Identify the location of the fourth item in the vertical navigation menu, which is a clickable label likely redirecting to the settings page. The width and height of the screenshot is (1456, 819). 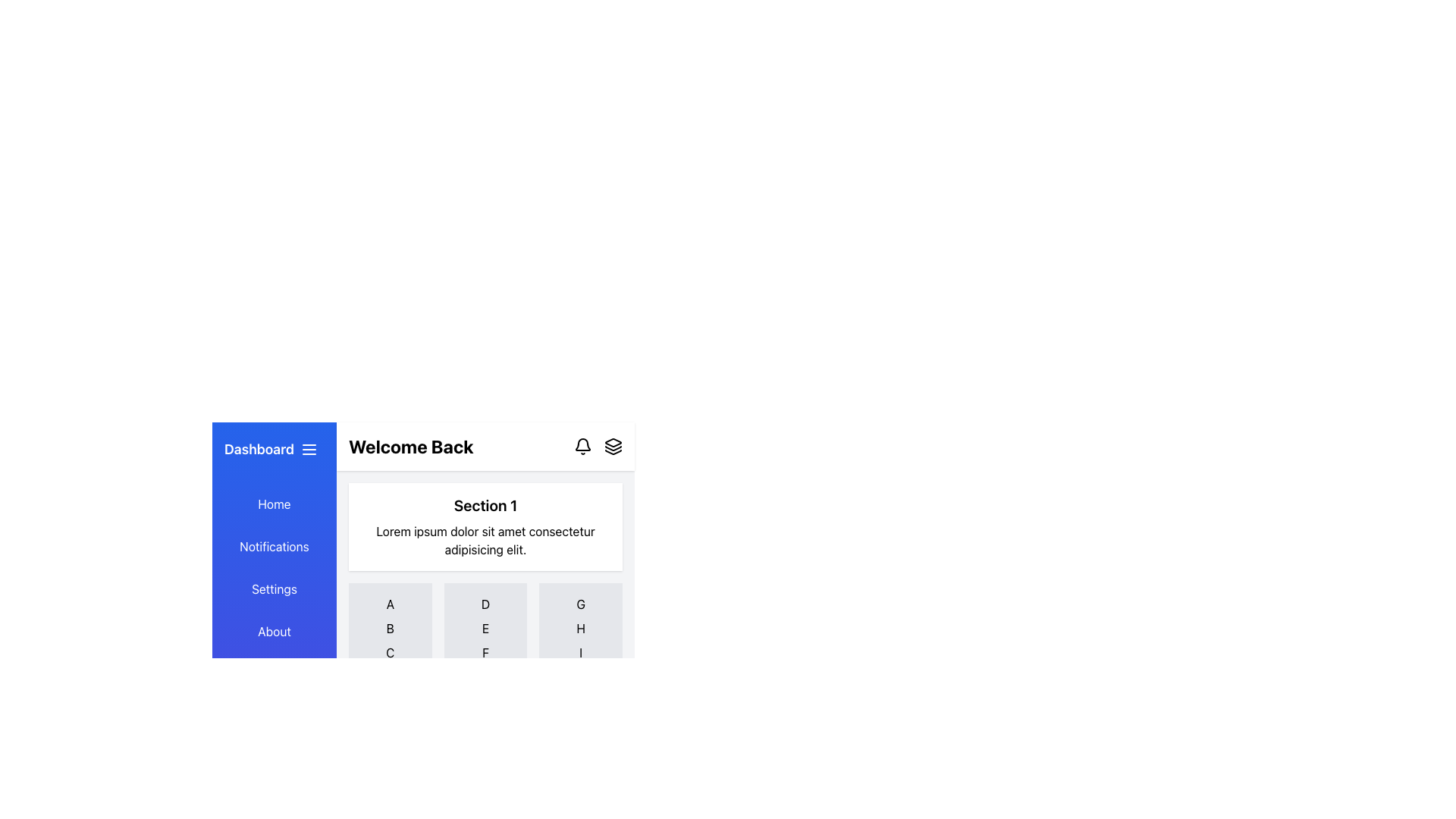
(274, 588).